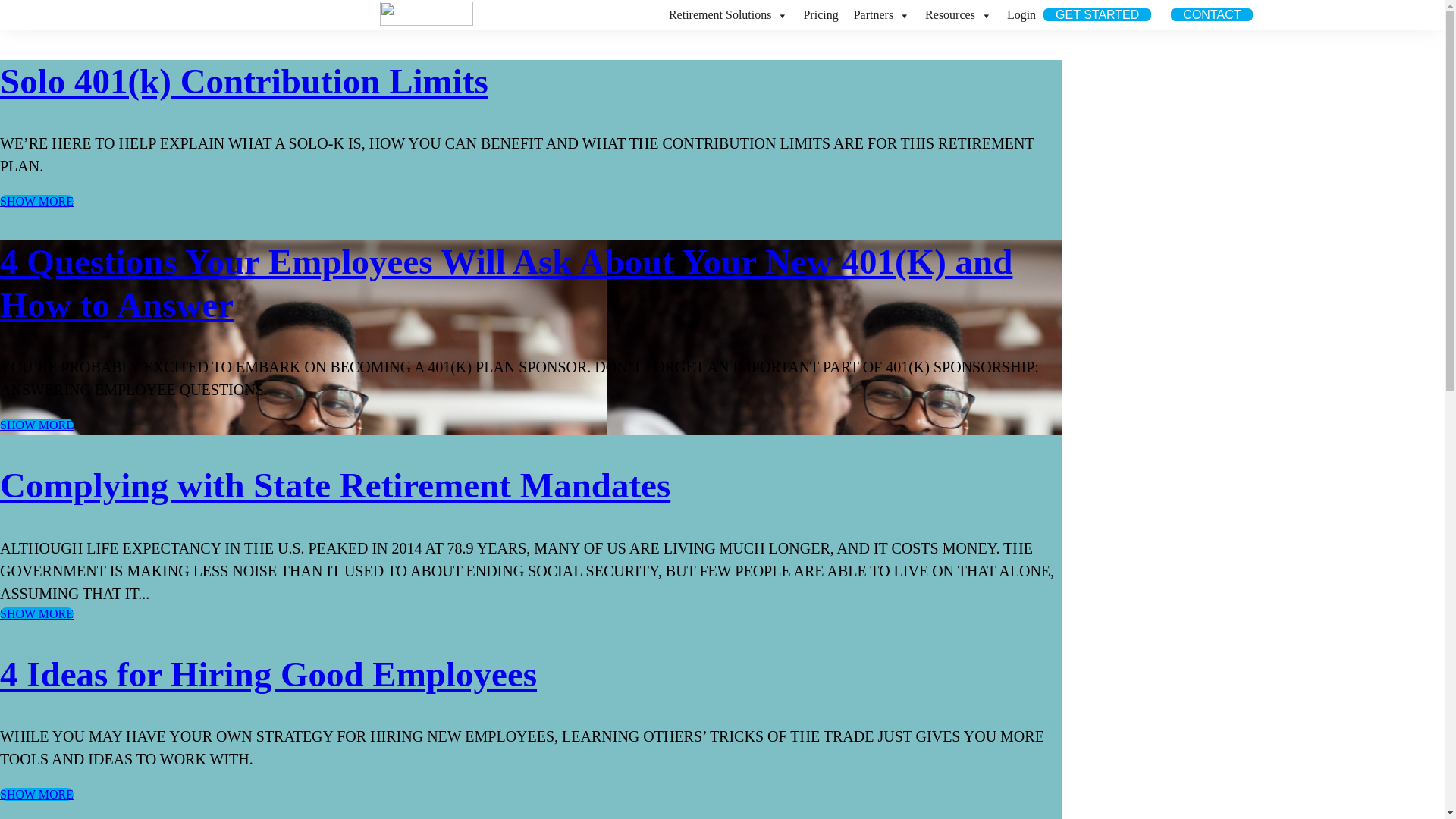 This screenshot has height=819, width=1456. Describe the element at coordinates (999, 14) in the screenshot. I see `'Login'` at that location.